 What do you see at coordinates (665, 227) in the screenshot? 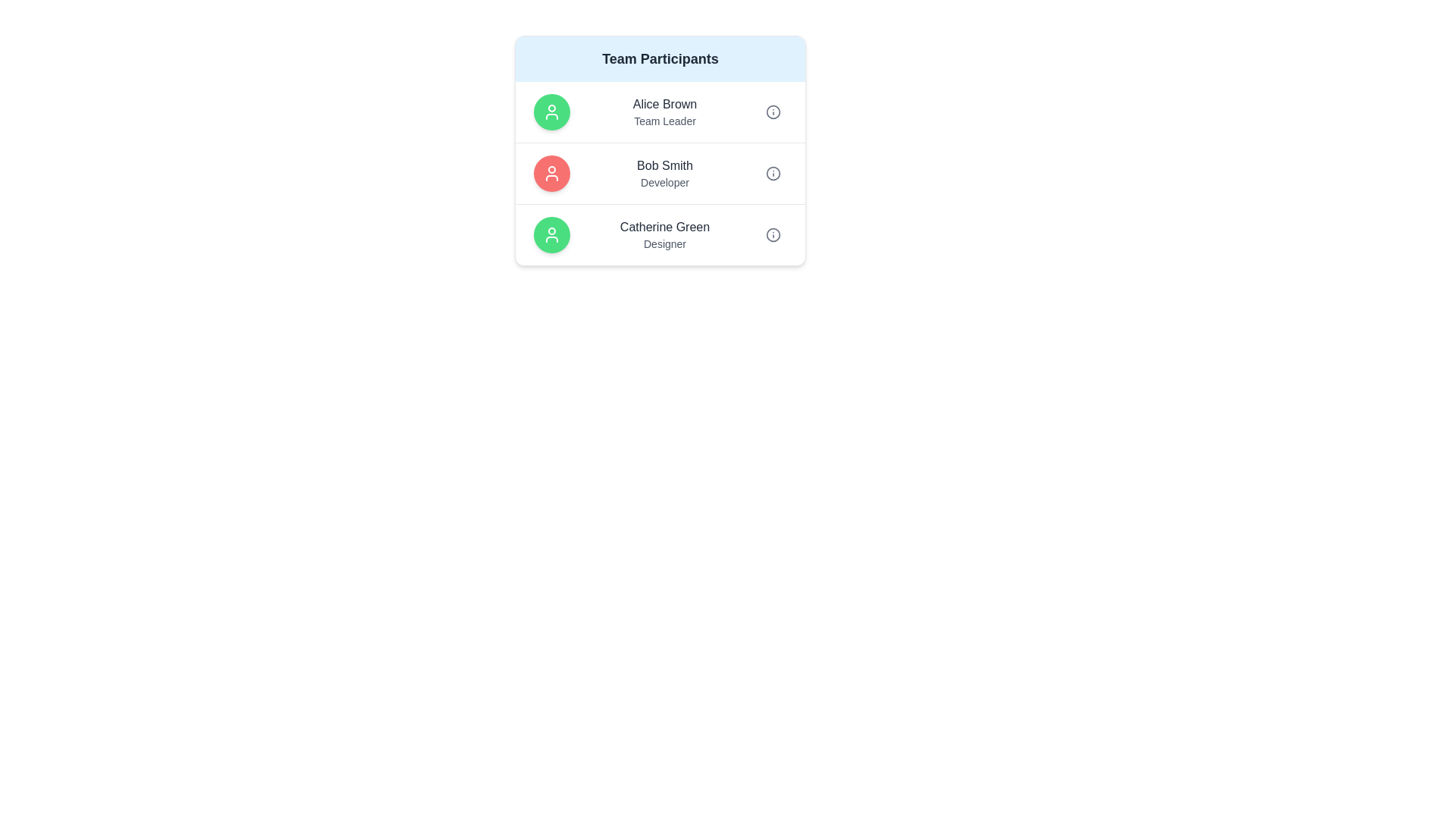
I see `the text element displaying 'Catherine Green', which is the first line of text in the third row of participants within the Team Participants section` at bounding box center [665, 227].